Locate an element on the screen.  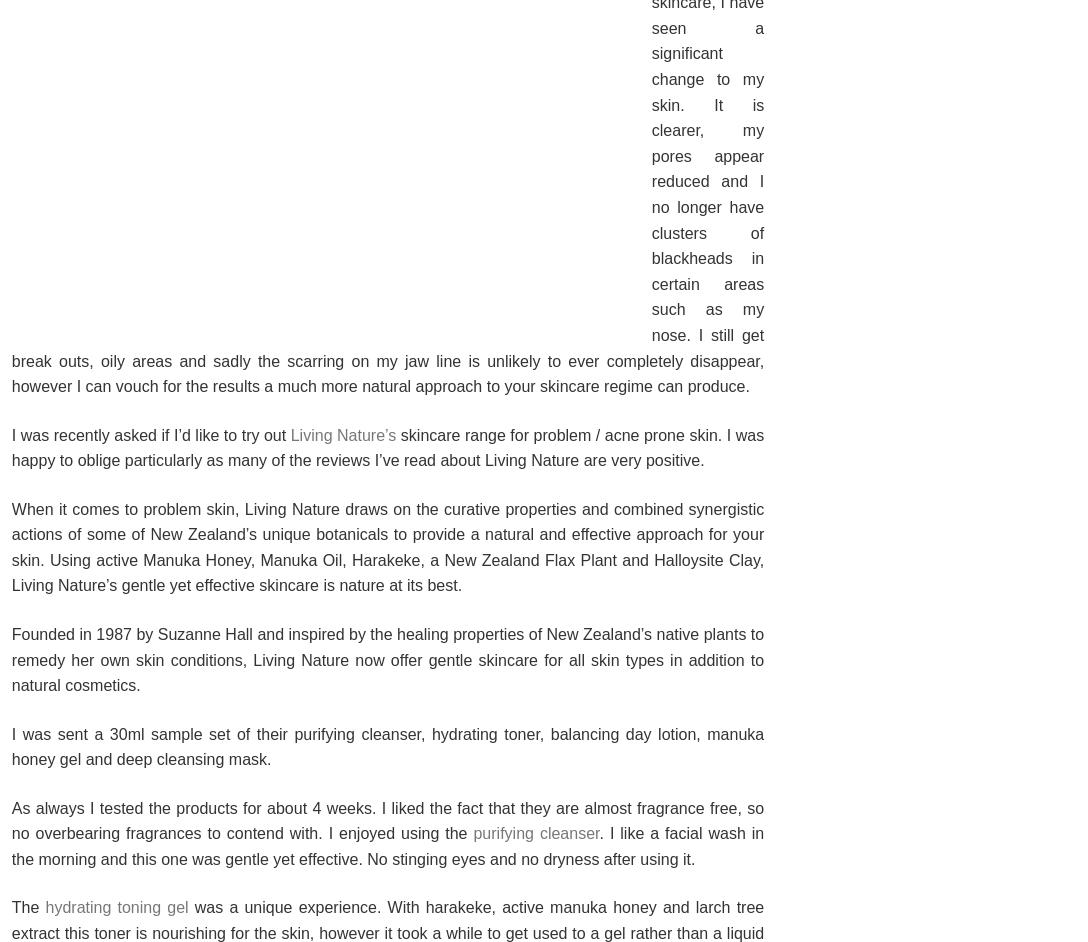
'I
was sent a 30ml sample set of their purifying cleanser, hydrating toner,
balancing day lotion, manuka honey gel and deep cleansing mask.' is located at coordinates (387, 745).